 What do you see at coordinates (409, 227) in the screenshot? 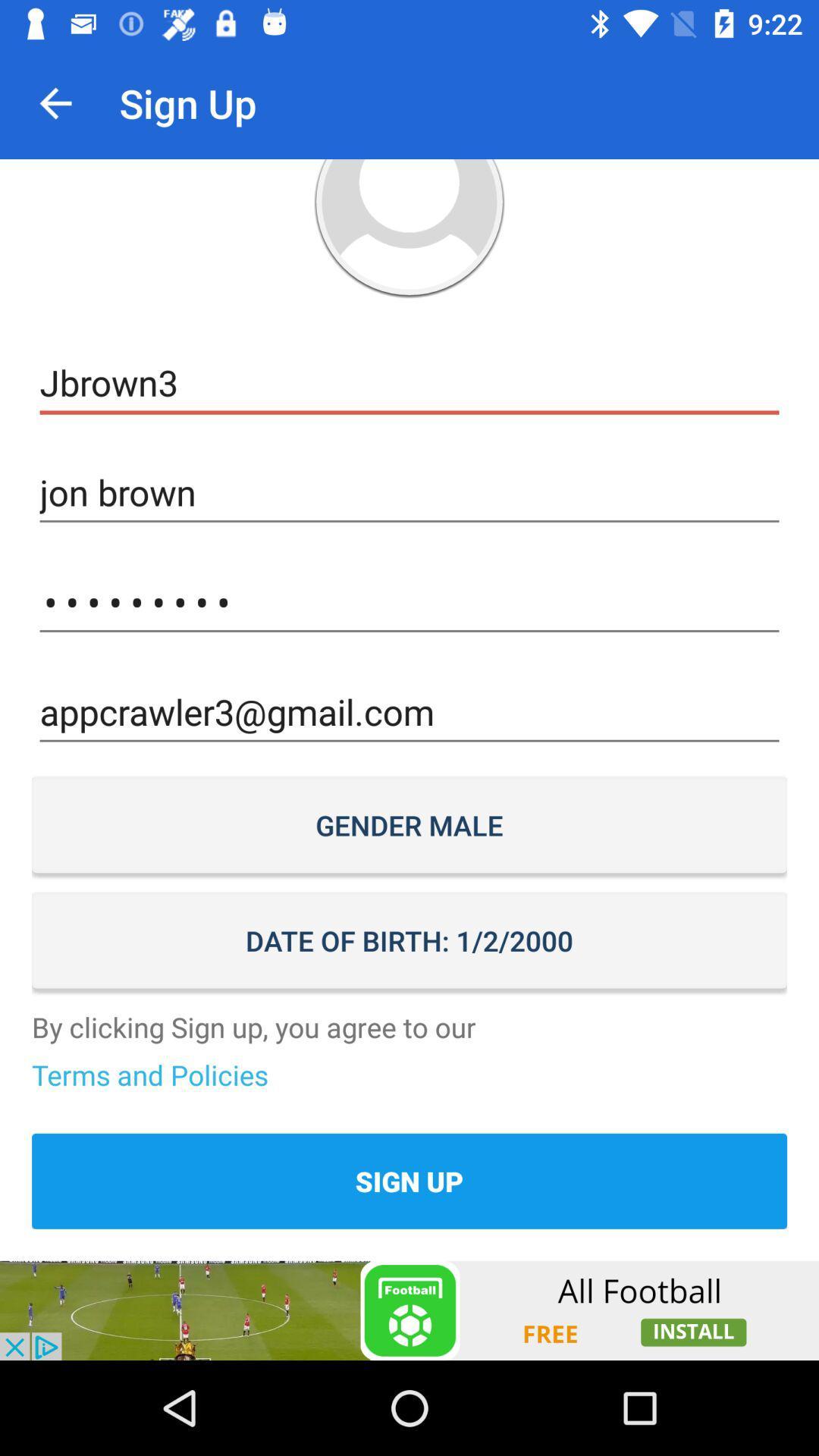
I see `open photo profile` at bounding box center [409, 227].